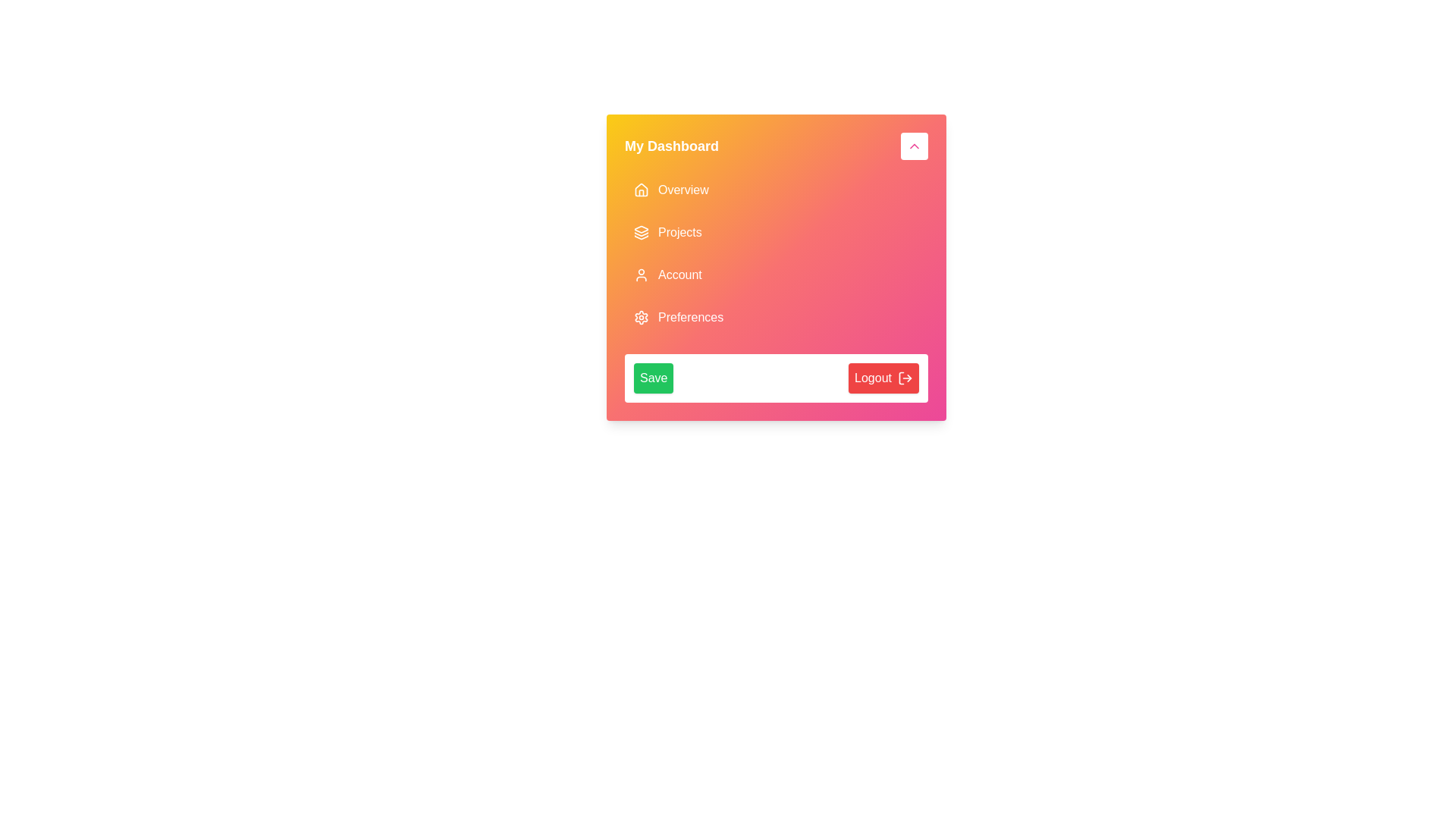 This screenshot has width=1456, height=819. I want to click on the button located in the top-right corner of the 'My Dashboard' section to change its background color, so click(913, 146).